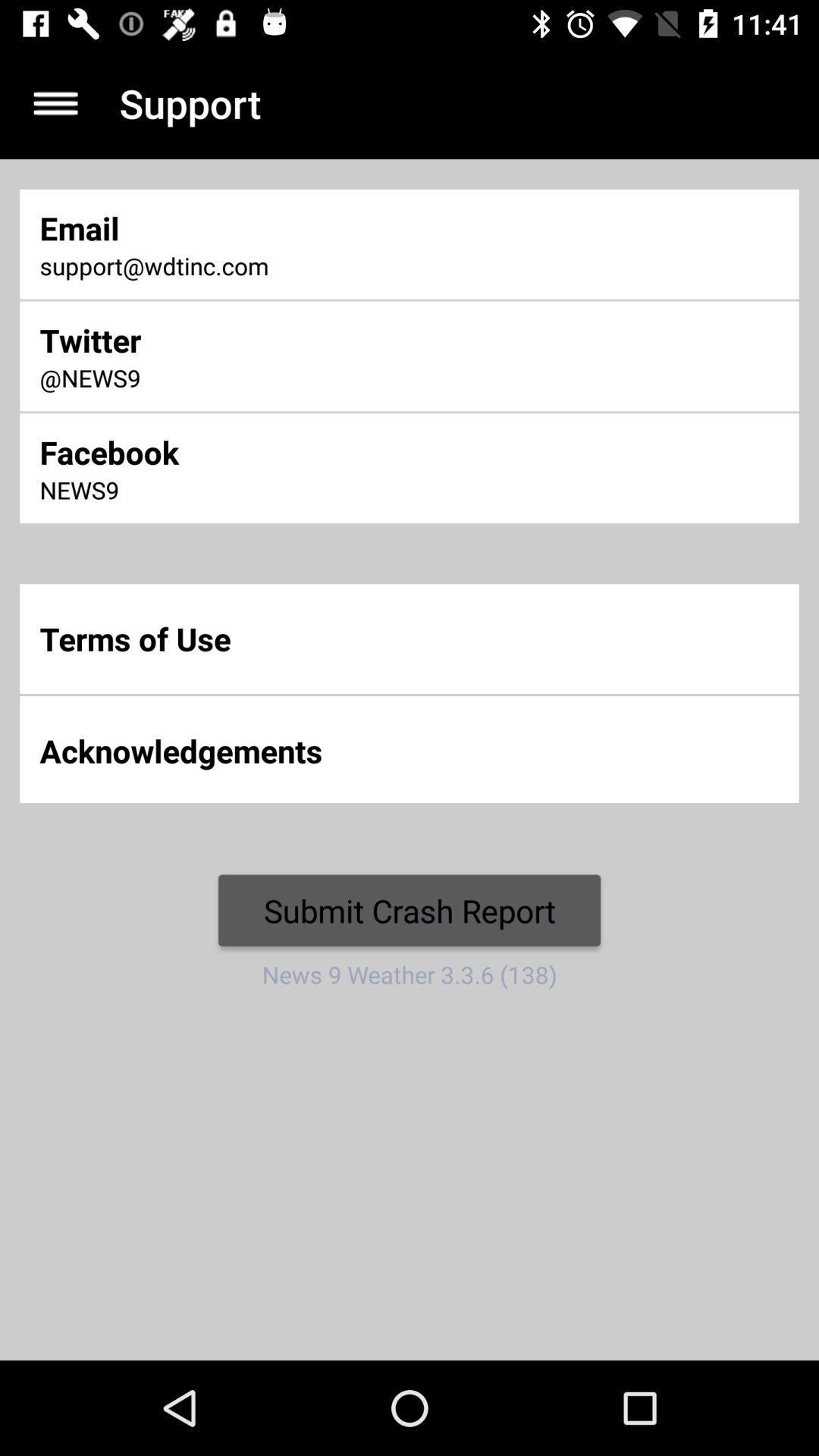  I want to click on twitter, so click(271, 339).